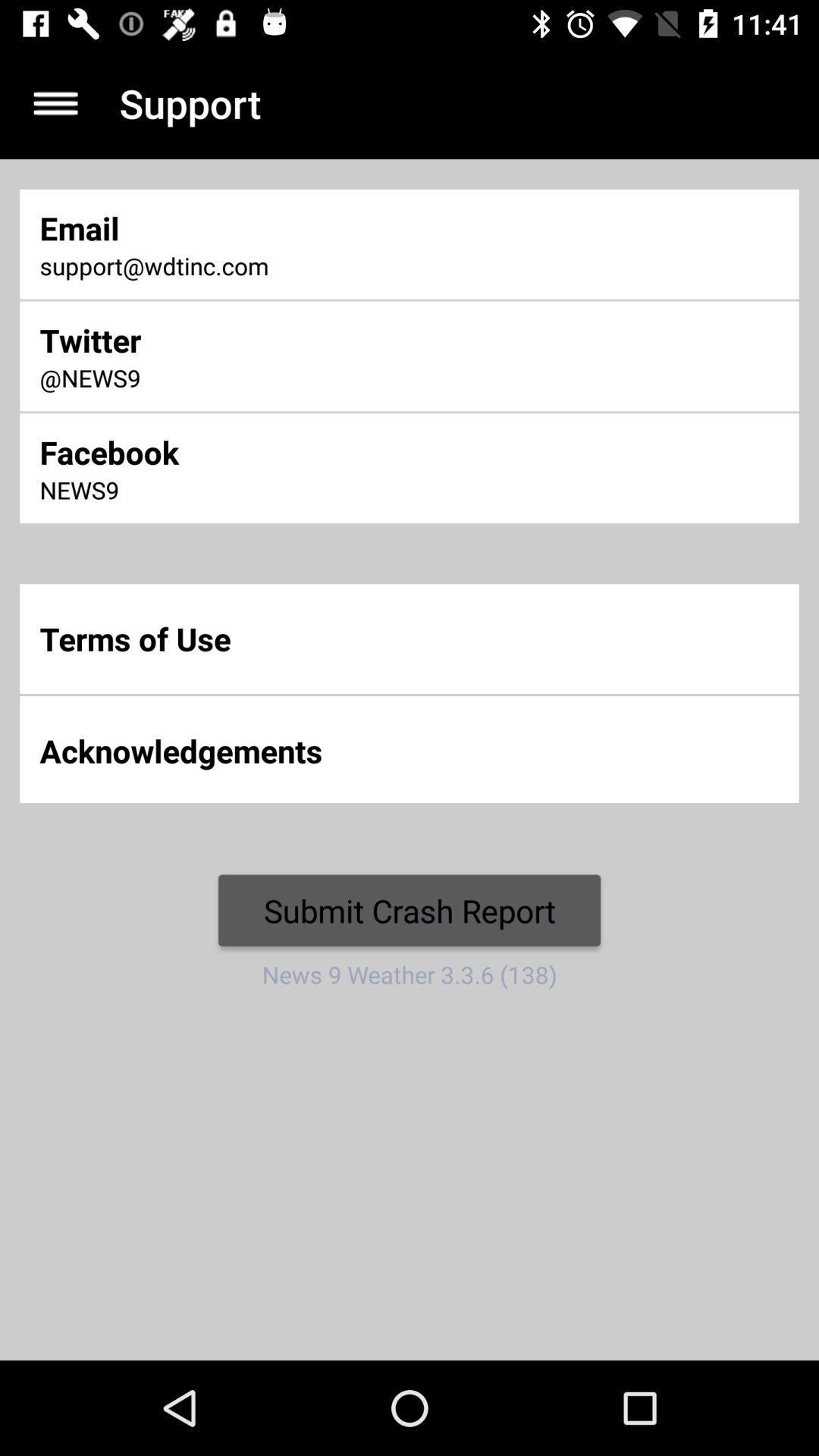  I want to click on twitter, so click(271, 339).